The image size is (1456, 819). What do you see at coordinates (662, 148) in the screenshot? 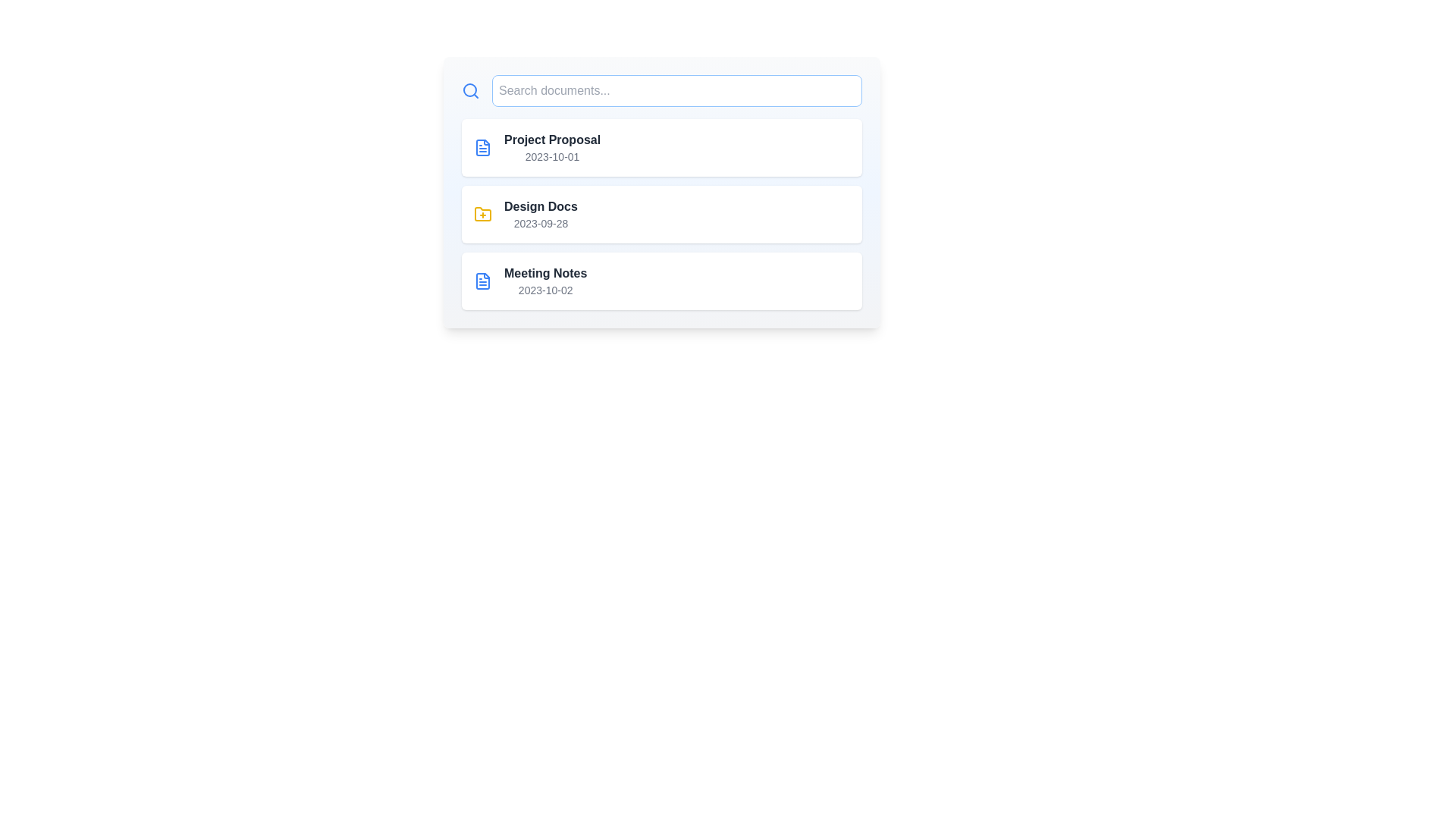
I see `the document item titled Project Proposal to select it` at bounding box center [662, 148].